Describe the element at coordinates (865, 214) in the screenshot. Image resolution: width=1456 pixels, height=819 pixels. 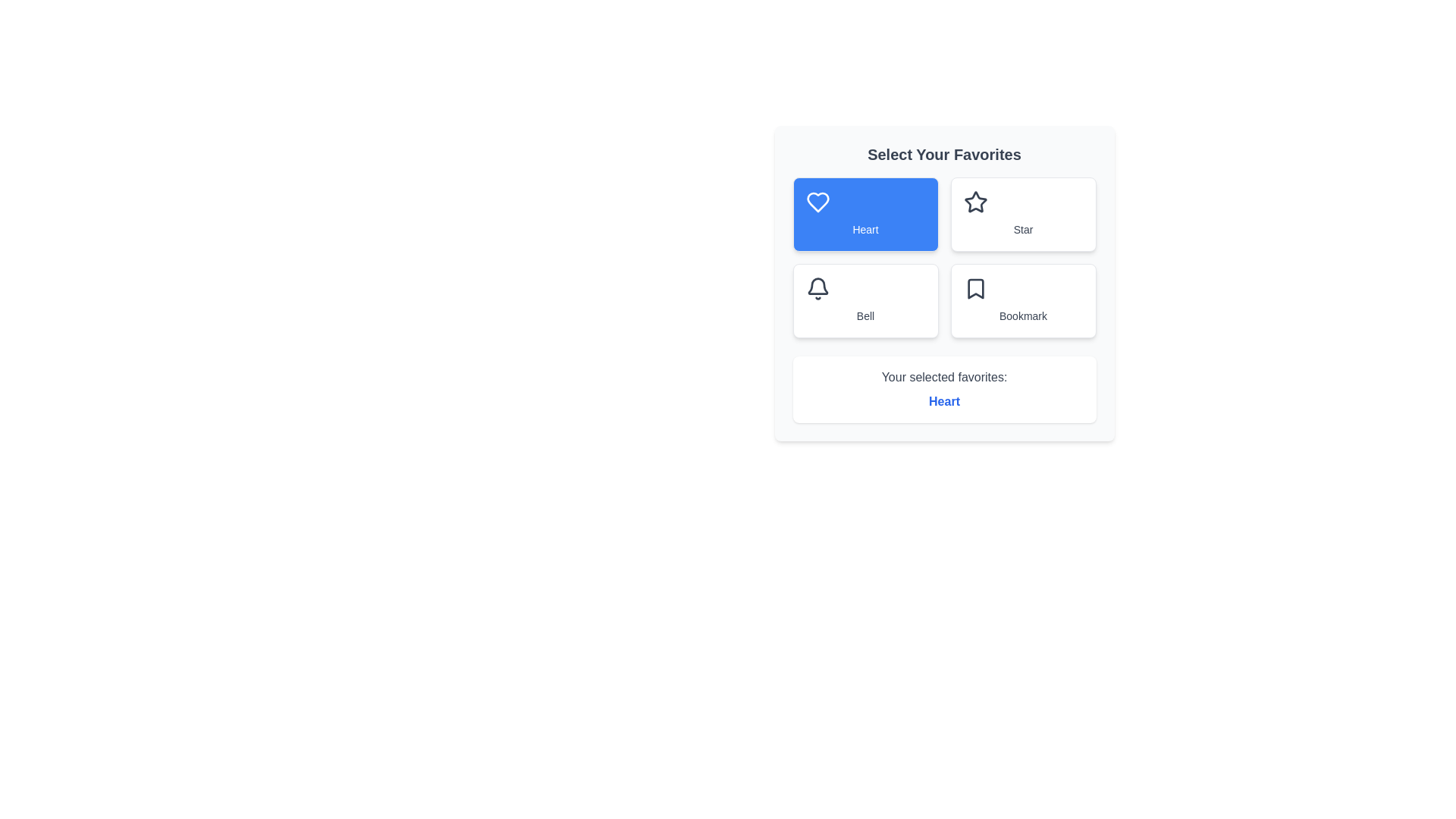
I see `the favorite icon Heart` at that location.